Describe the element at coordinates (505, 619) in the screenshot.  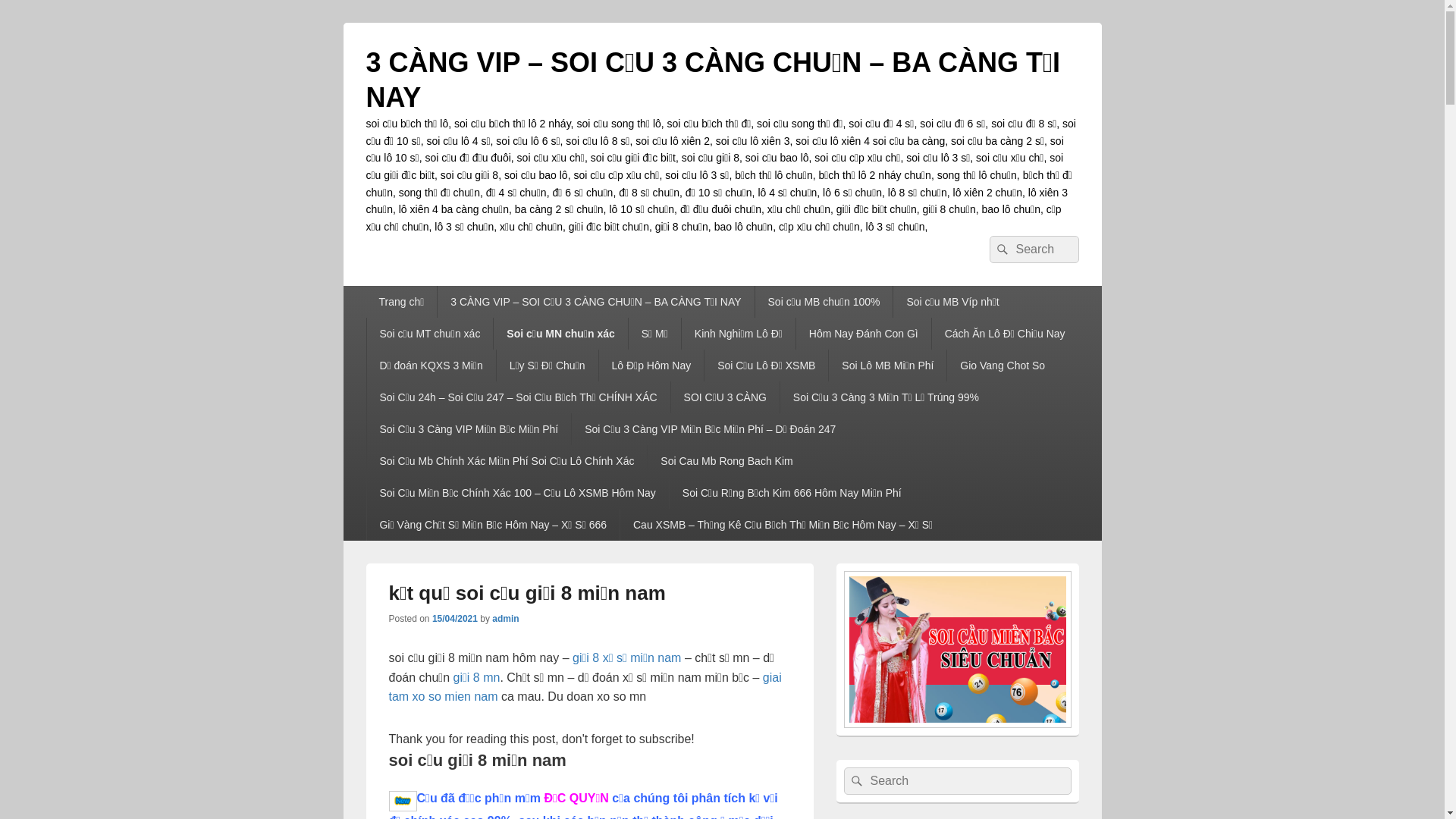
I see `'admin'` at that location.